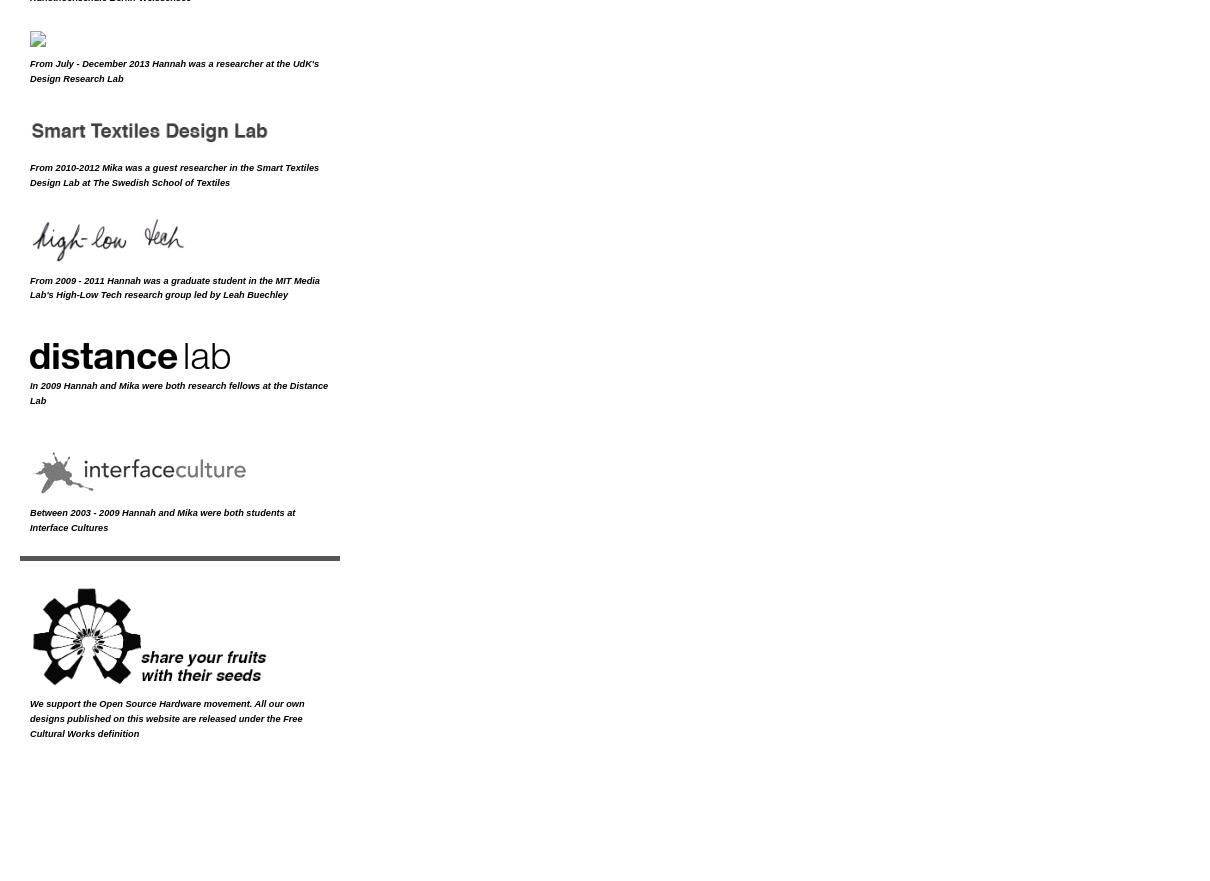 This screenshot has height=881, width=1210. What do you see at coordinates (174, 286) in the screenshot?
I see `'MIT Media Lab'` at bounding box center [174, 286].